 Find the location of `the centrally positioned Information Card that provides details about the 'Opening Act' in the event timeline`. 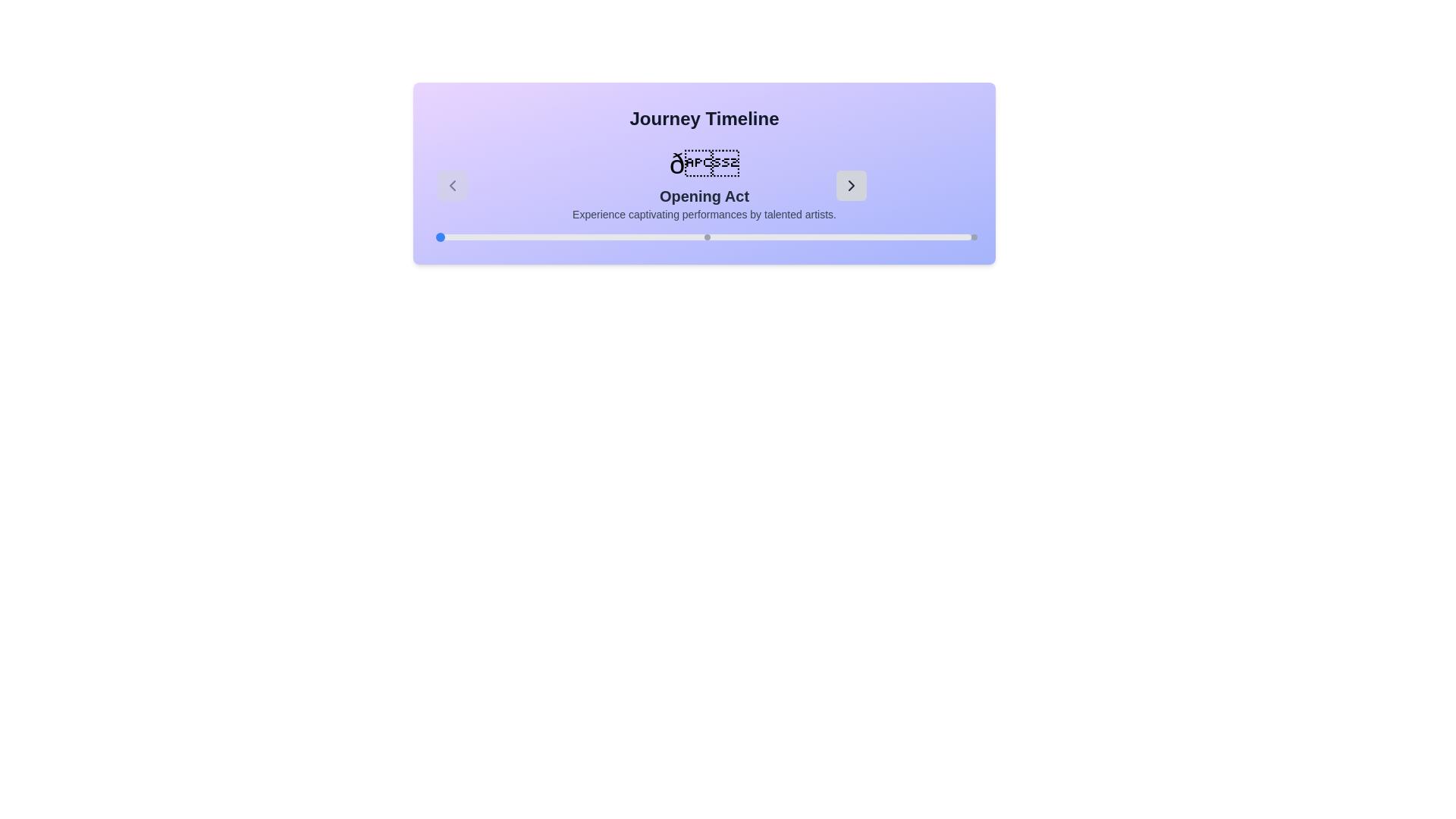

the centrally positioned Information Card that provides details about the 'Opening Act' in the event timeline is located at coordinates (704, 185).